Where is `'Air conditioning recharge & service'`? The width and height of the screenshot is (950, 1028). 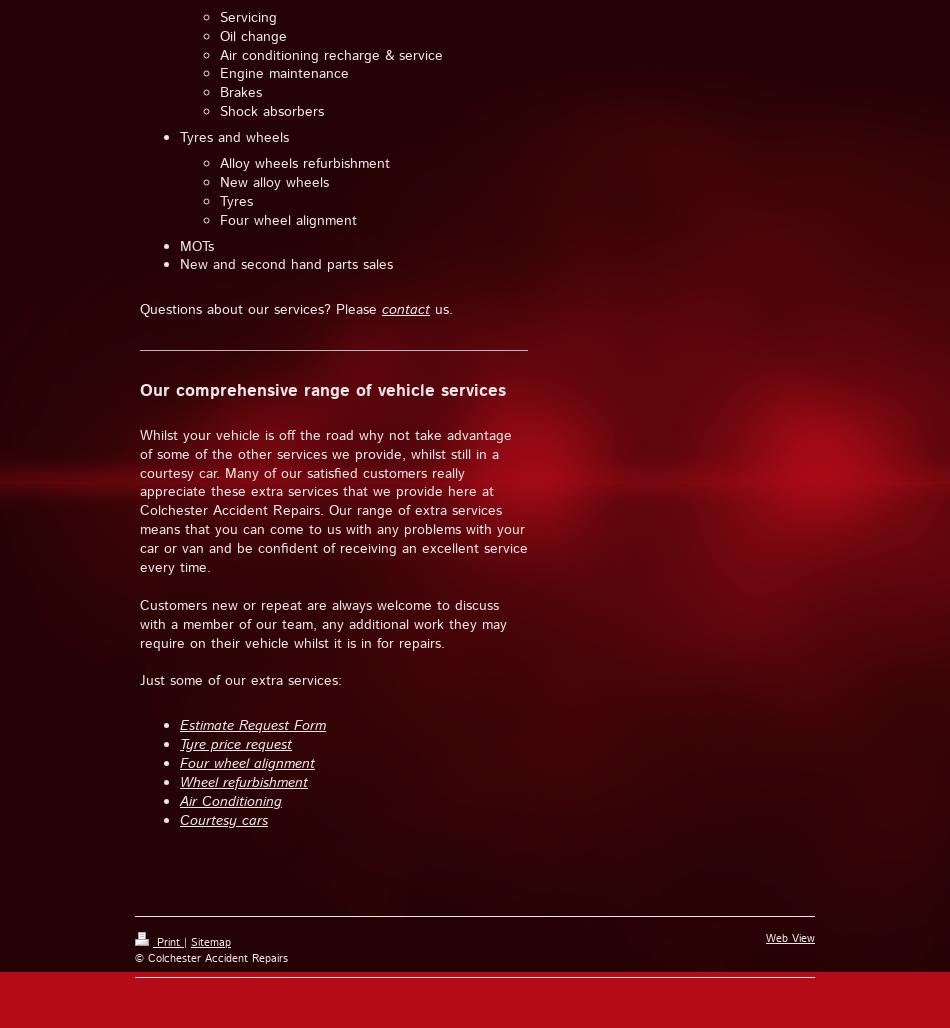 'Air conditioning recharge & service' is located at coordinates (330, 54).